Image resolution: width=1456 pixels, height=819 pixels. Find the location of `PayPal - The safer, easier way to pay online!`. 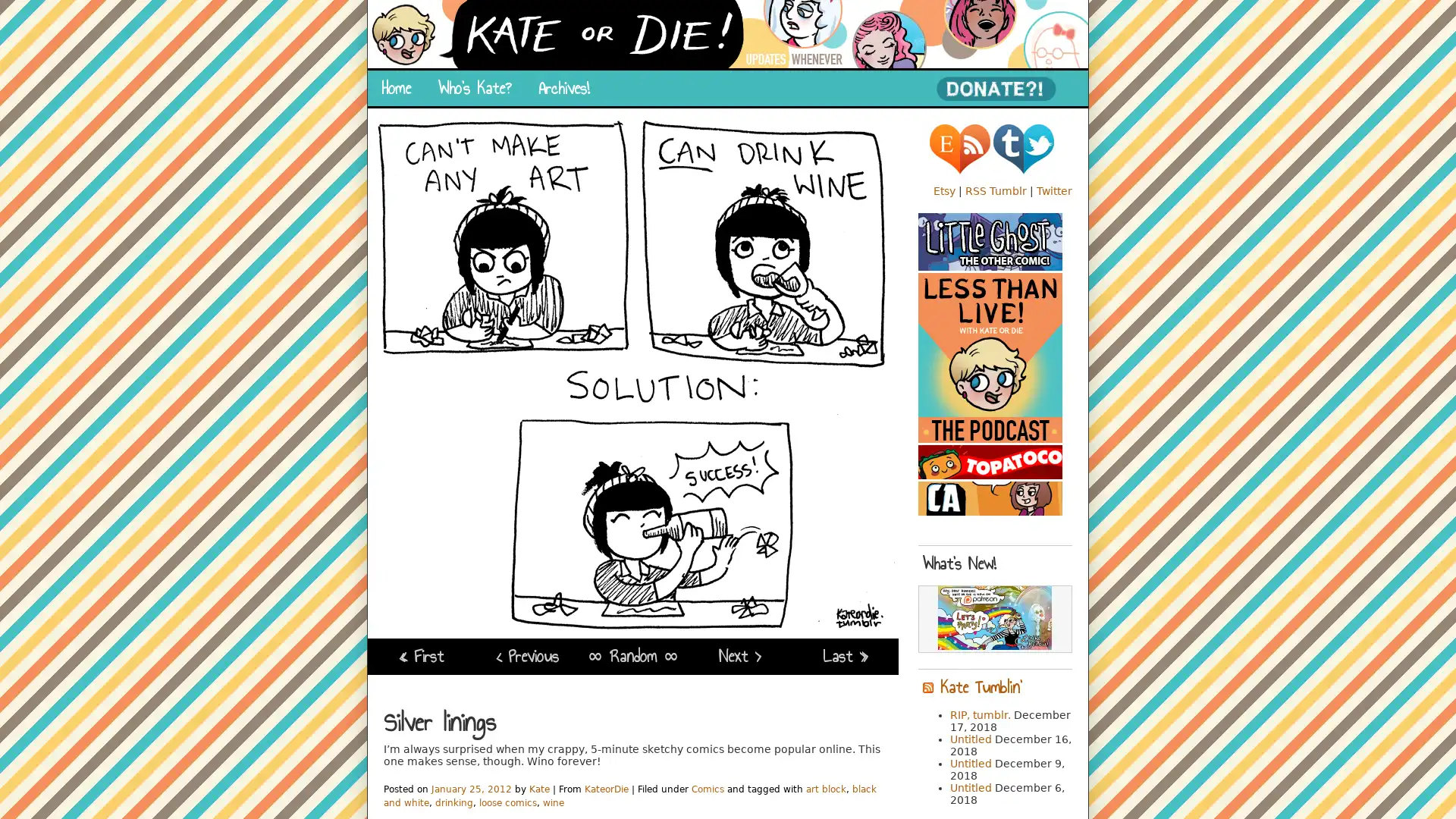

PayPal - The safer, easier way to pay online! is located at coordinates (995, 89).